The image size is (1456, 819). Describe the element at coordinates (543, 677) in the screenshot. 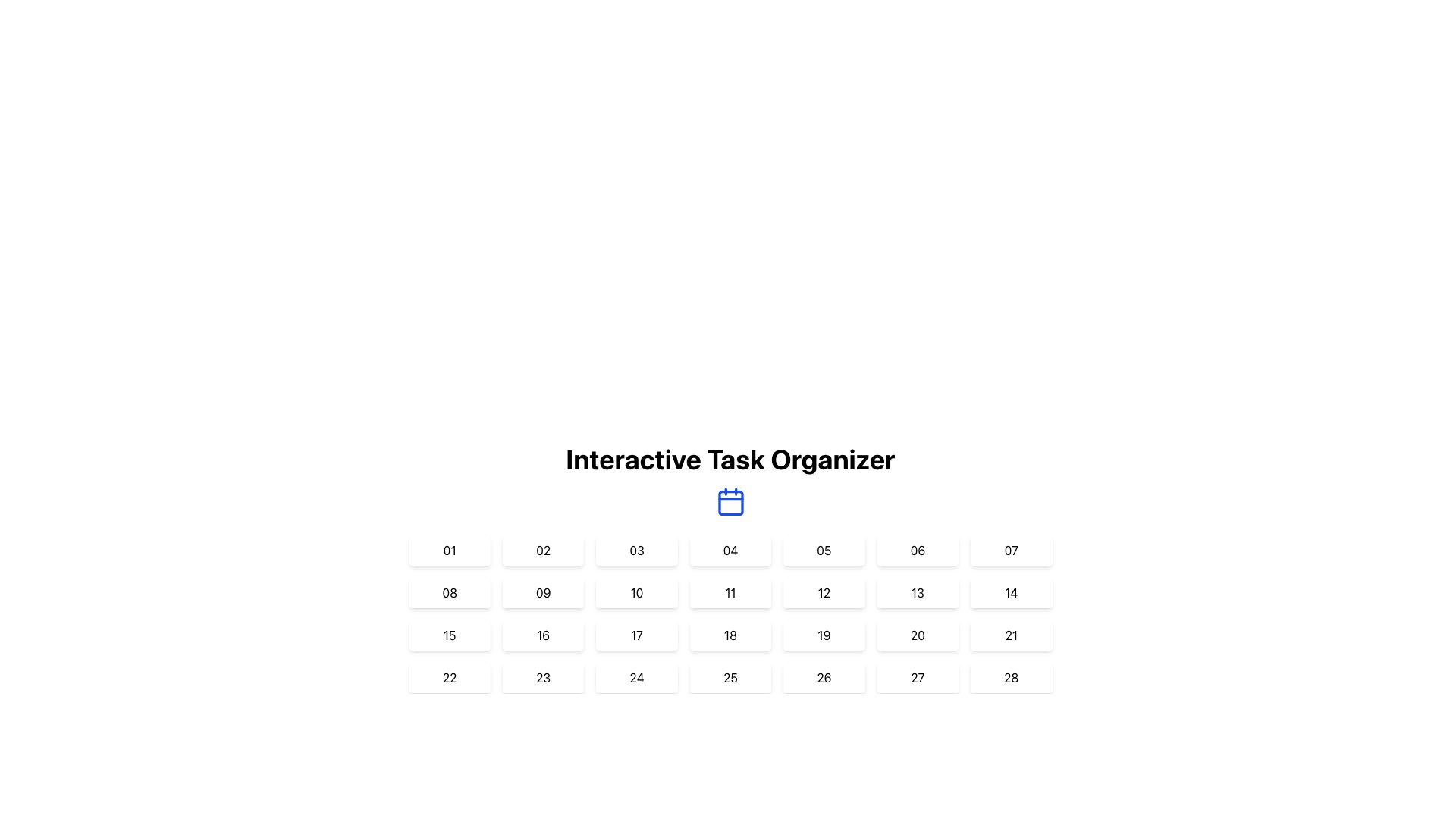

I see `the square button with rounded corners displaying the text '23'` at that location.